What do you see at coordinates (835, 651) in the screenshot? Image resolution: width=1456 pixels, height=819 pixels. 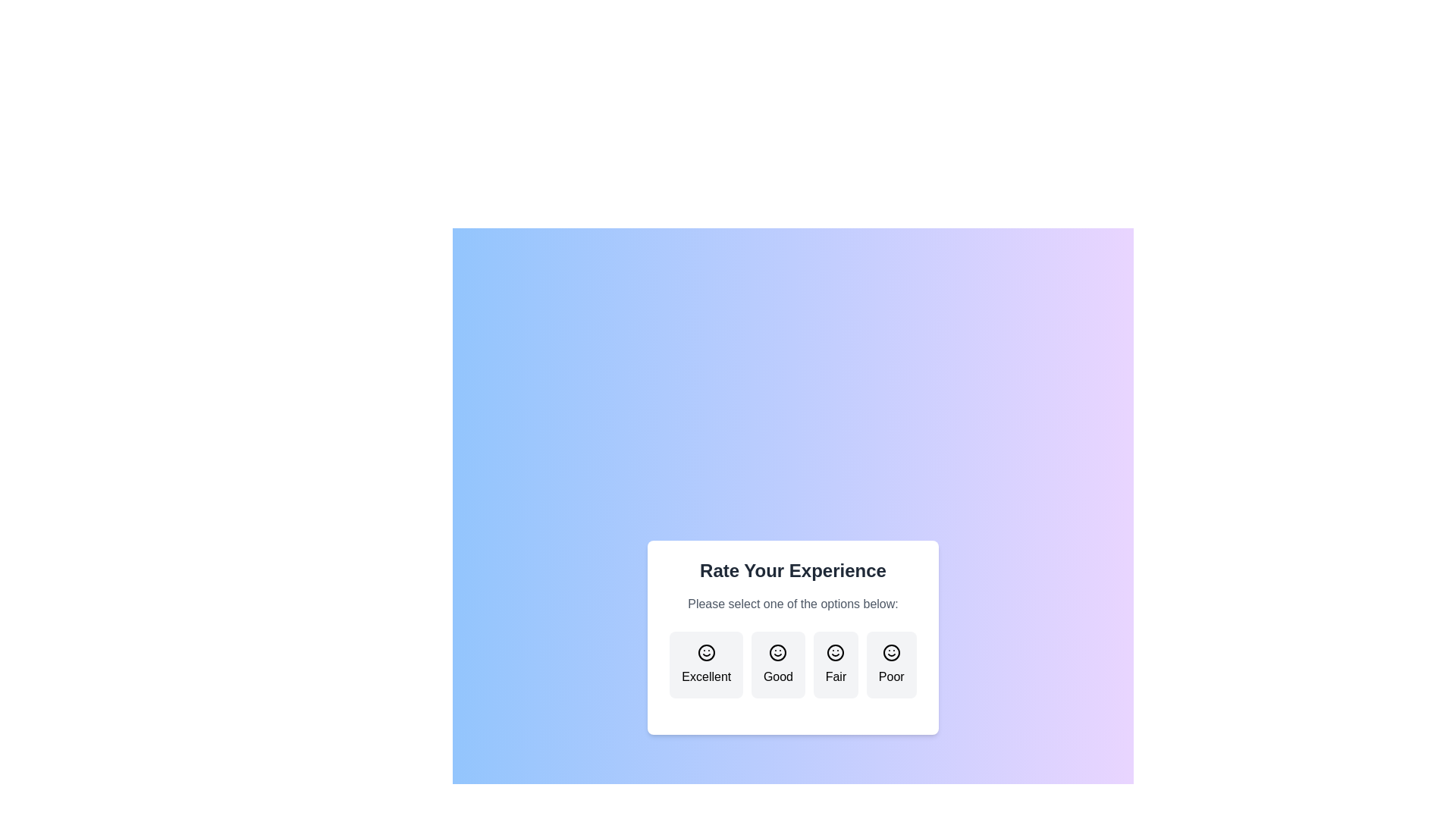 I see `the circular base of the 'Fair' smiley icon, which represents the selected option in the rating system` at bounding box center [835, 651].